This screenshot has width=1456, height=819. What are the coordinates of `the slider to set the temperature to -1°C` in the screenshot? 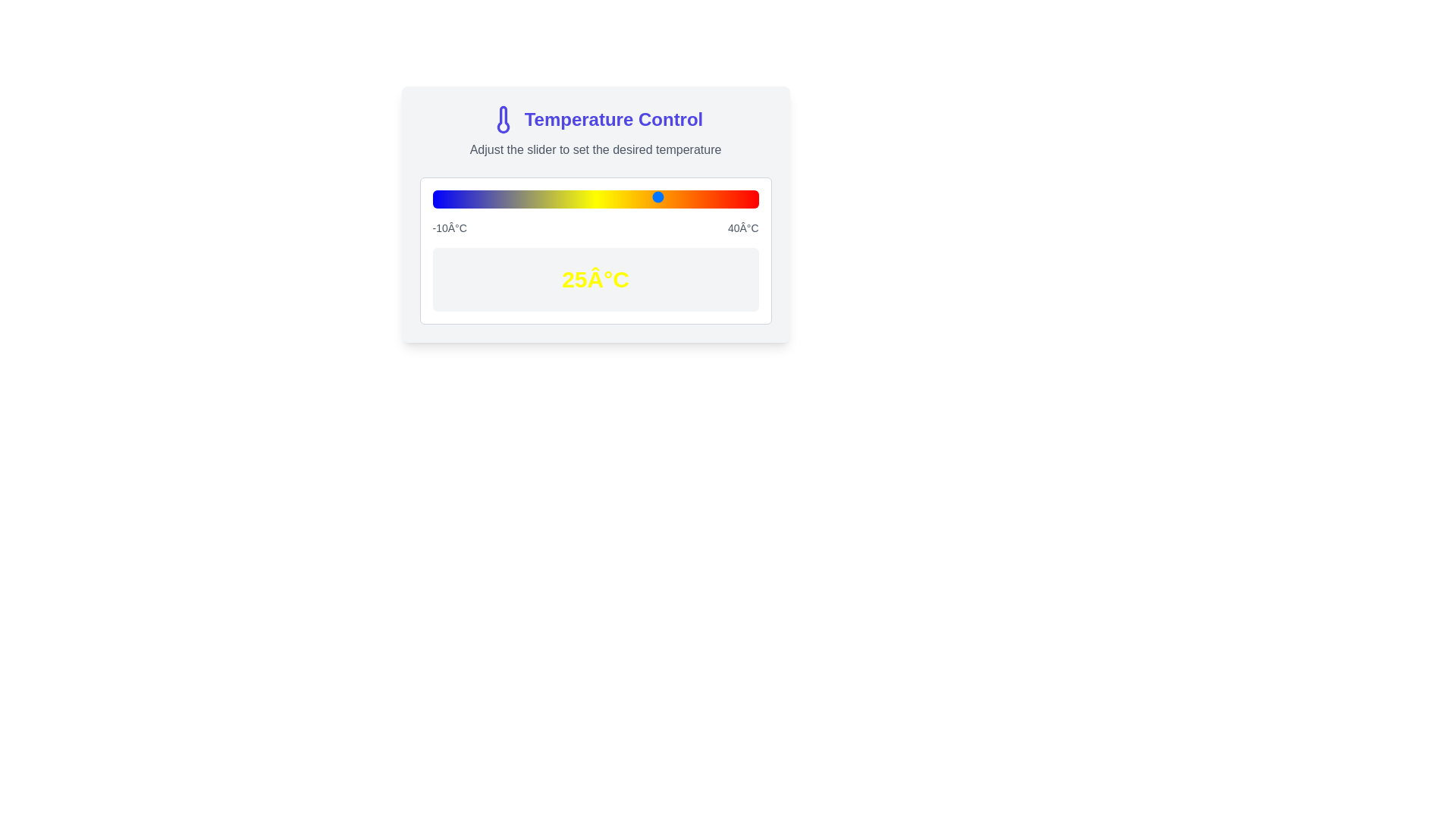 It's located at (491, 196).